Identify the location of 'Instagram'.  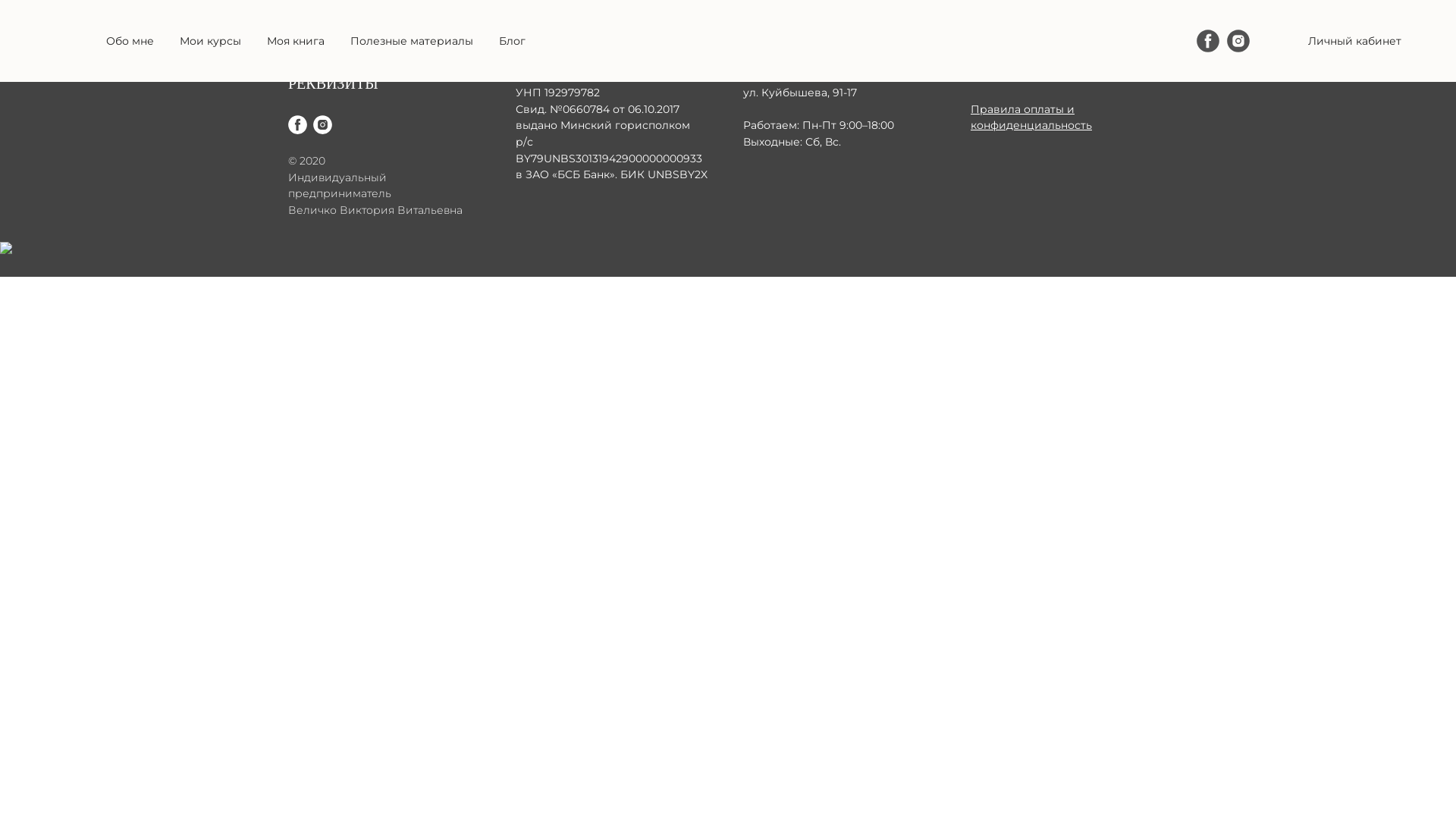
(1238, 40).